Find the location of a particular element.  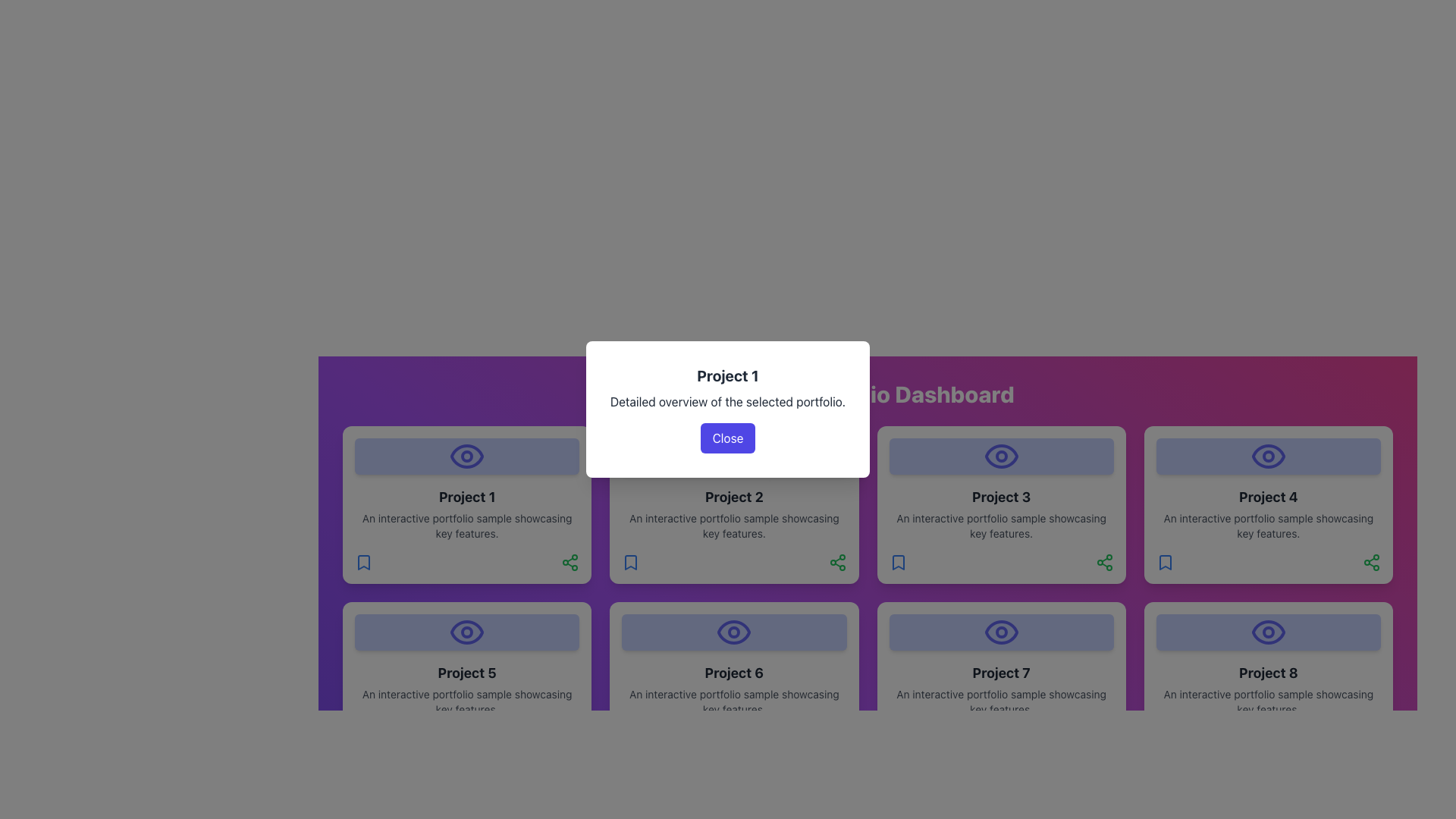

the text label displaying 'Project 3' in bold, large gray font, located in the first row and third column of the card layout is located at coordinates (1001, 497).